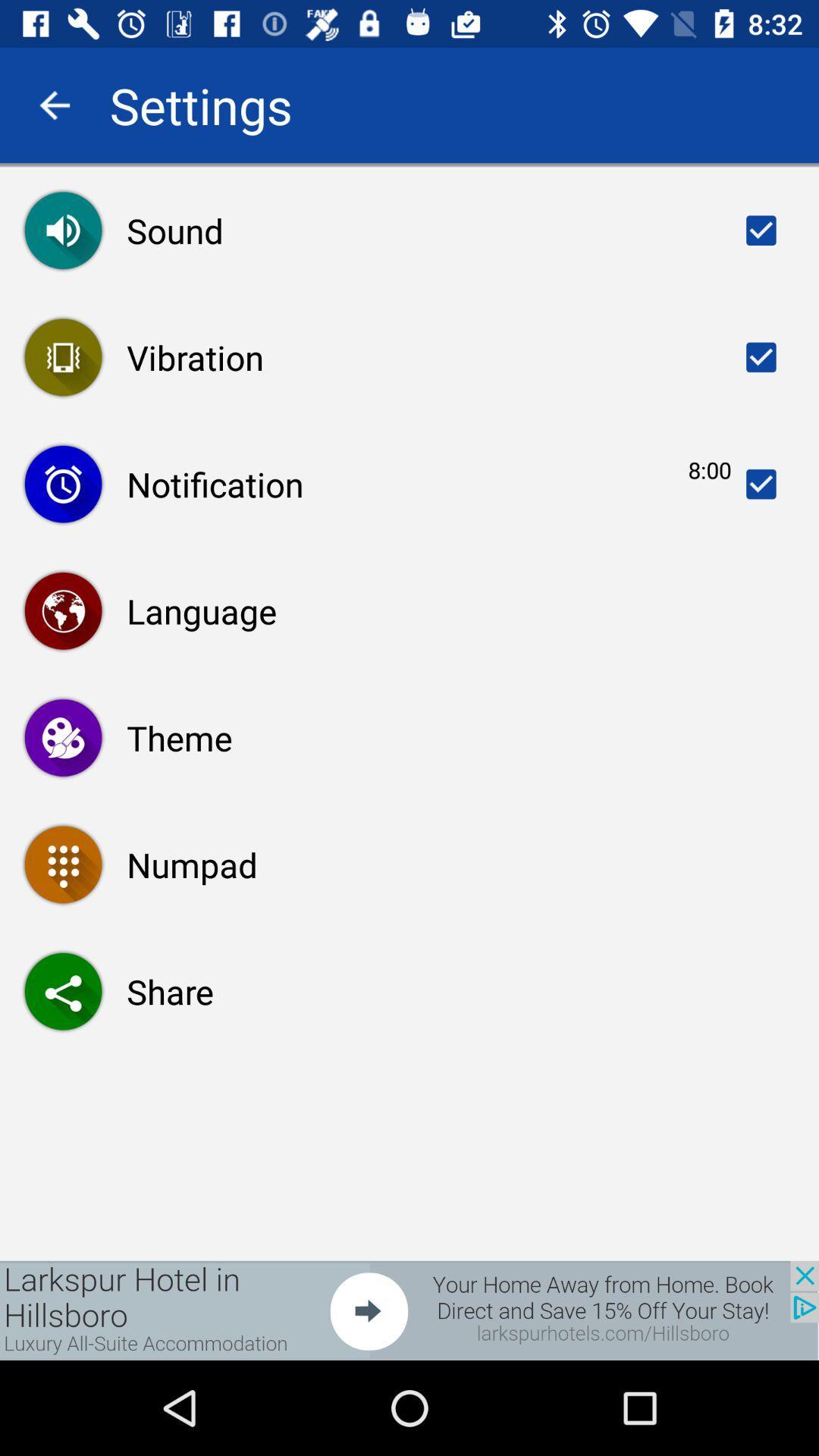 Image resolution: width=819 pixels, height=1456 pixels. What do you see at coordinates (761, 356) in the screenshot?
I see `vibration` at bounding box center [761, 356].